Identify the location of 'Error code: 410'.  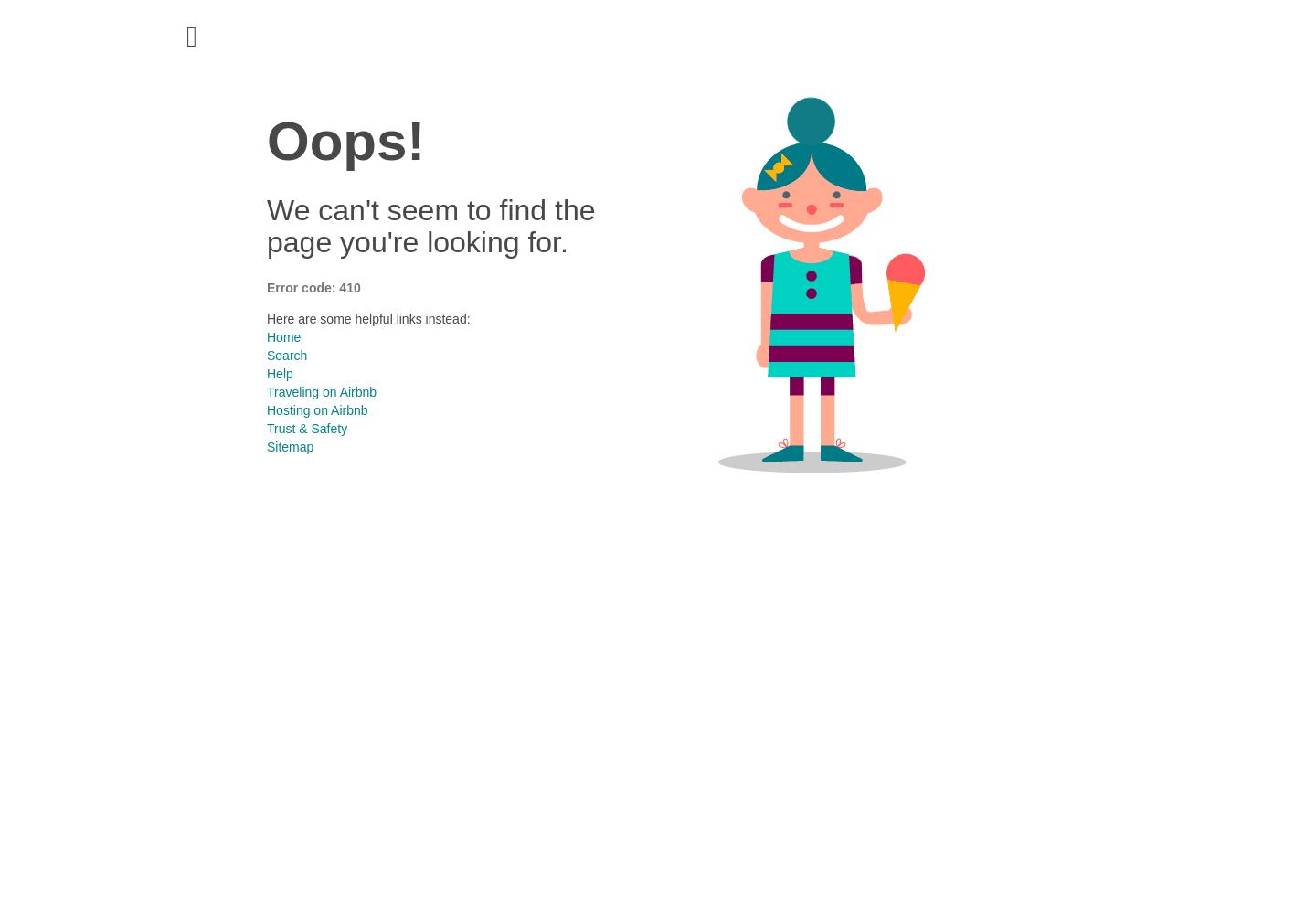
(313, 287).